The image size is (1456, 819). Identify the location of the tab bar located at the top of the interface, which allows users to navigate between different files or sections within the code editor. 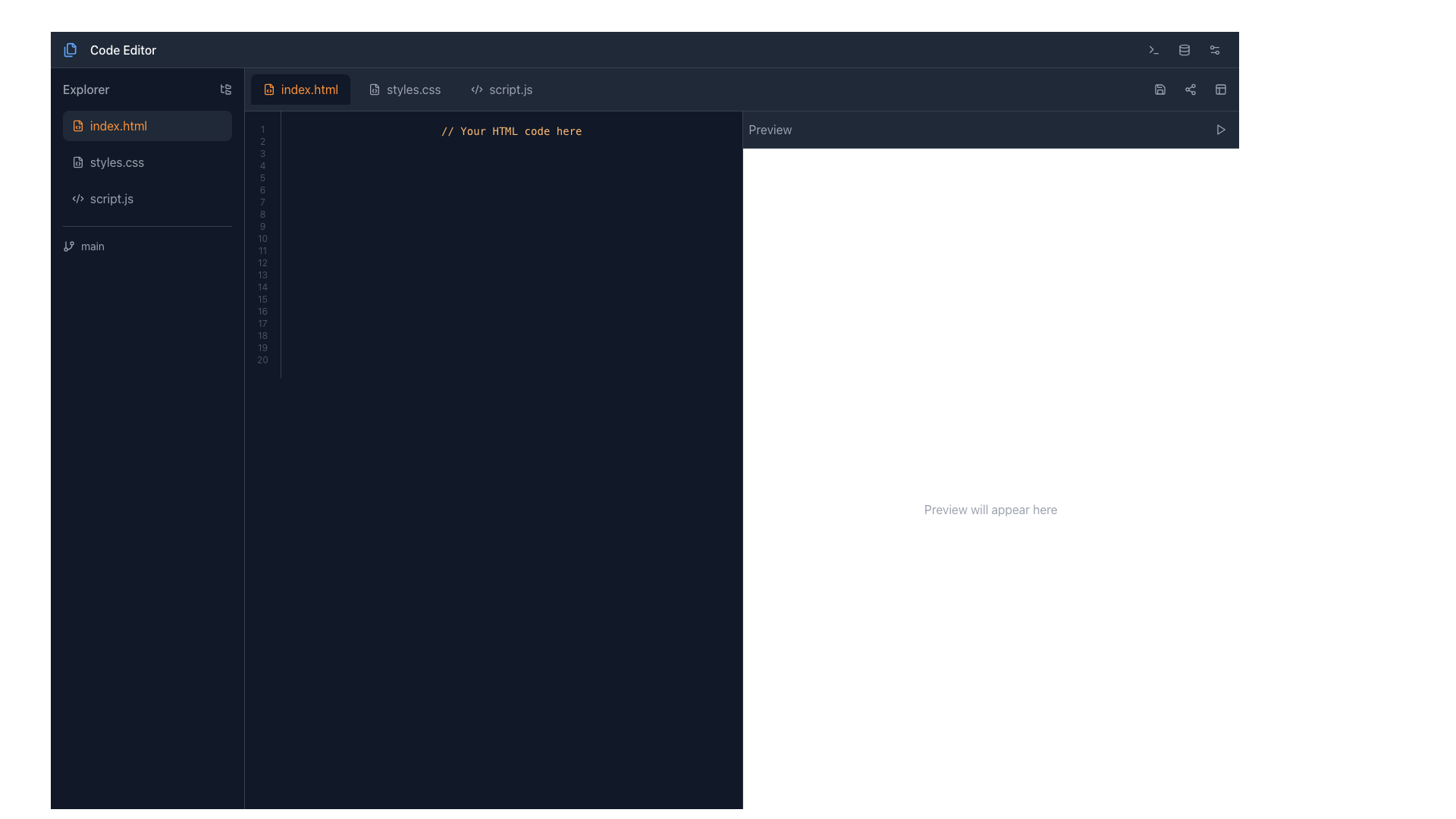
(742, 89).